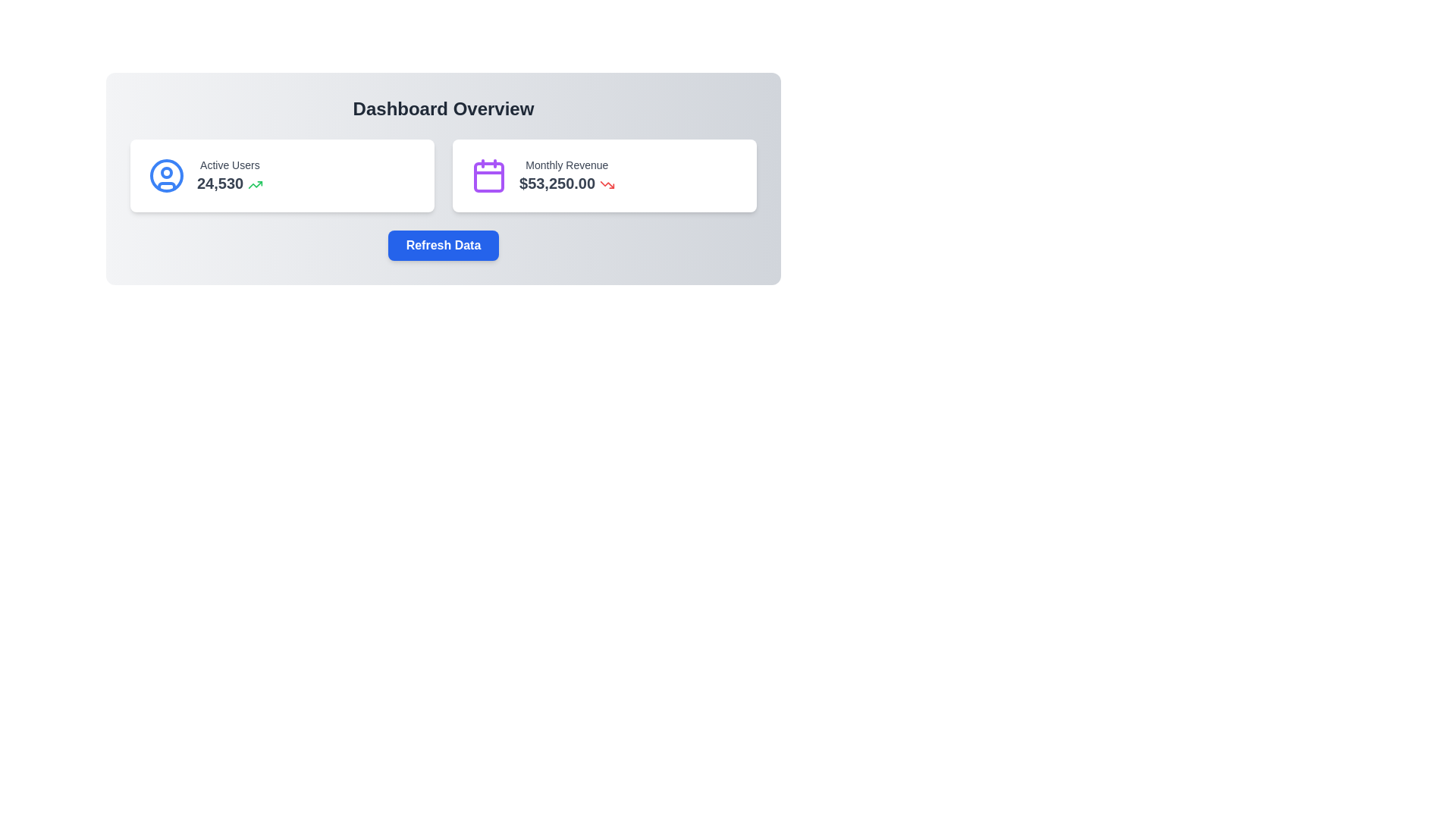 The height and width of the screenshot is (819, 1456). I want to click on the growth icon located to the right of the numeric text '24,530' in the 'Active Users' card on the dashboard overview, so click(255, 184).